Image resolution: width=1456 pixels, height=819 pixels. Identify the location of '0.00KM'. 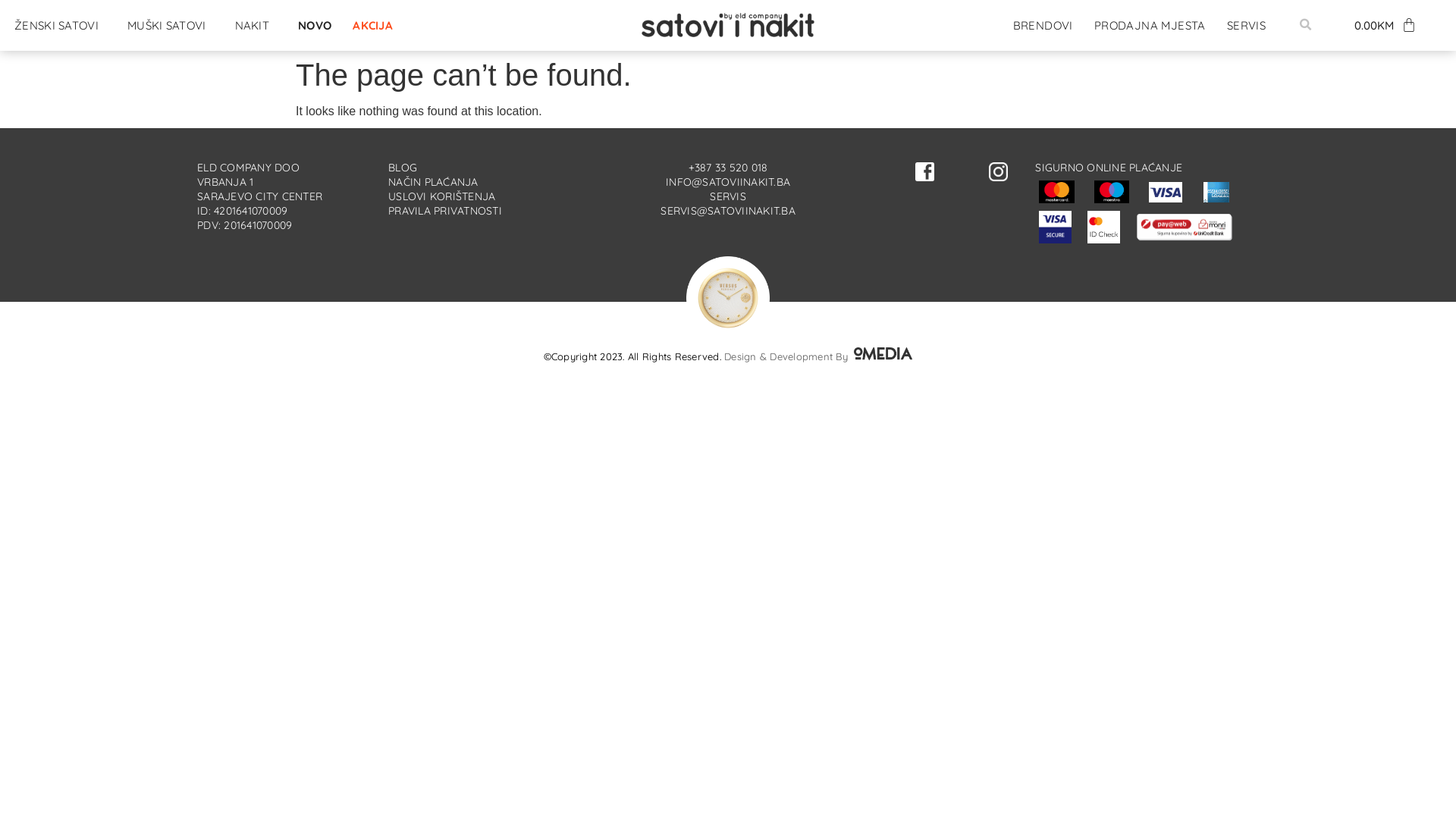
(1385, 25).